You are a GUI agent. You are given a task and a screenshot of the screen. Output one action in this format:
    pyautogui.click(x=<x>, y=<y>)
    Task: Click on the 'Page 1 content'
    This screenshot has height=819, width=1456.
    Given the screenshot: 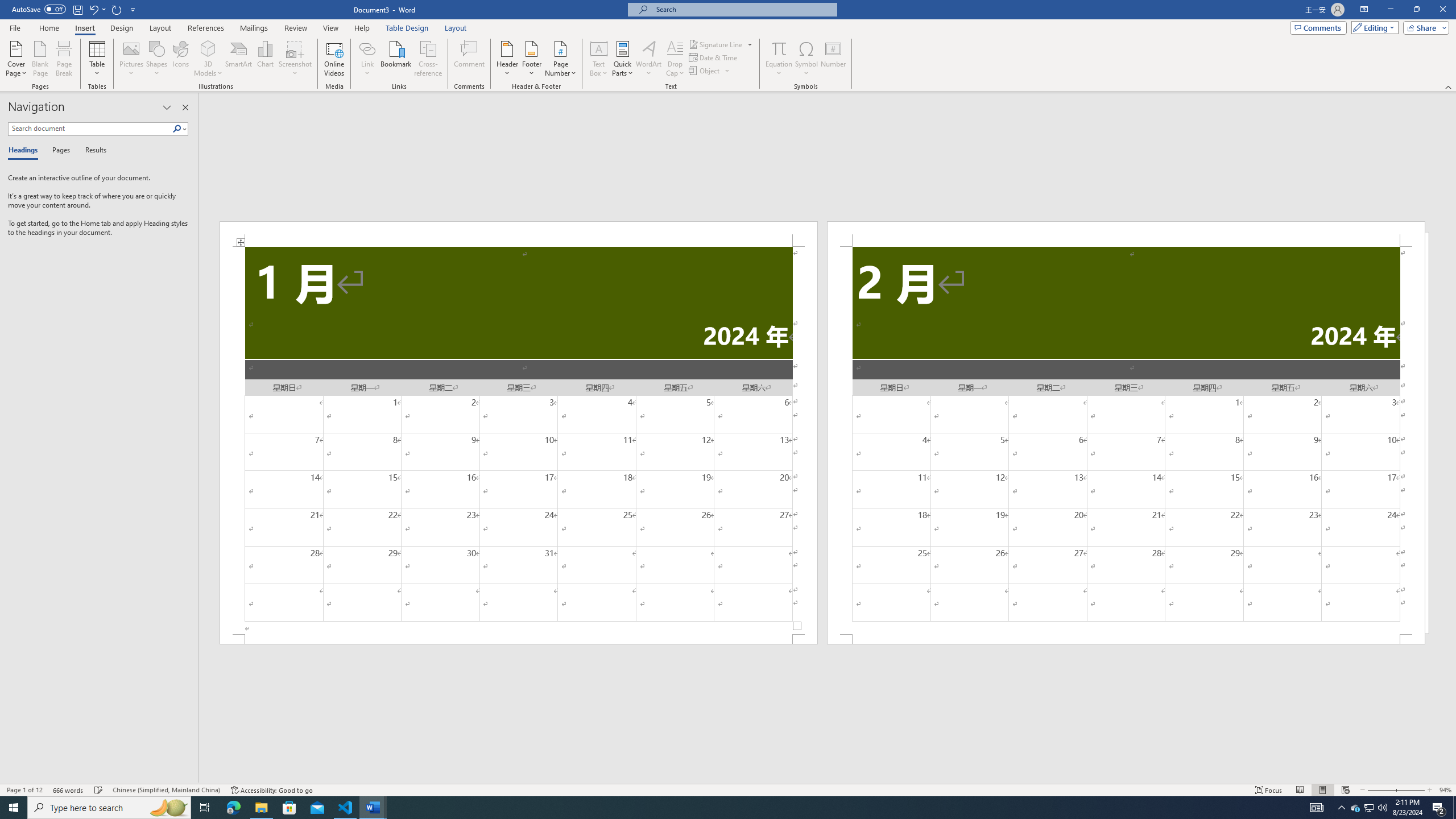 What is the action you would take?
    pyautogui.click(x=519, y=440)
    